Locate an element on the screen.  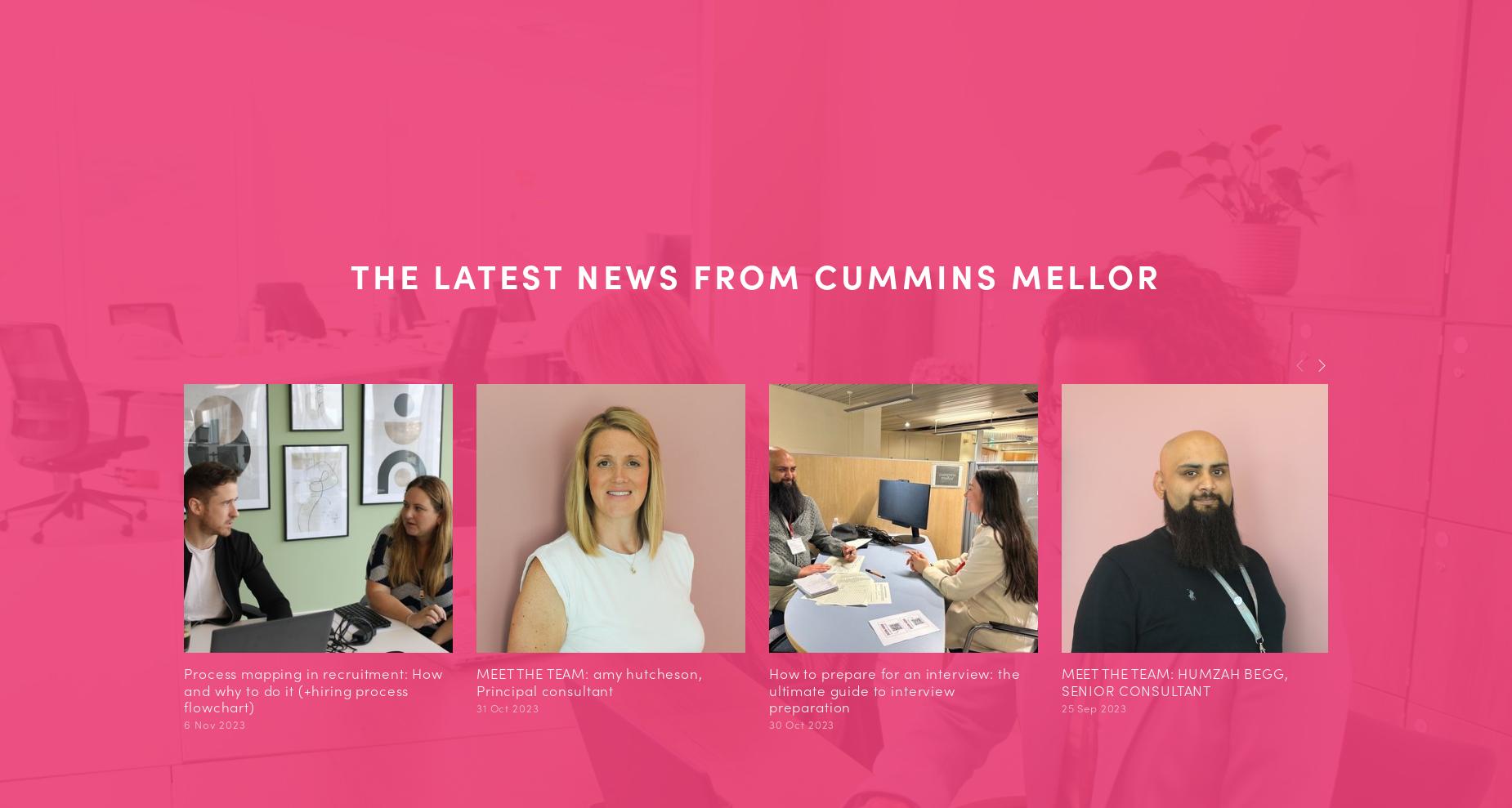
'30 Oct 2023' is located at coordinates (800, 723).